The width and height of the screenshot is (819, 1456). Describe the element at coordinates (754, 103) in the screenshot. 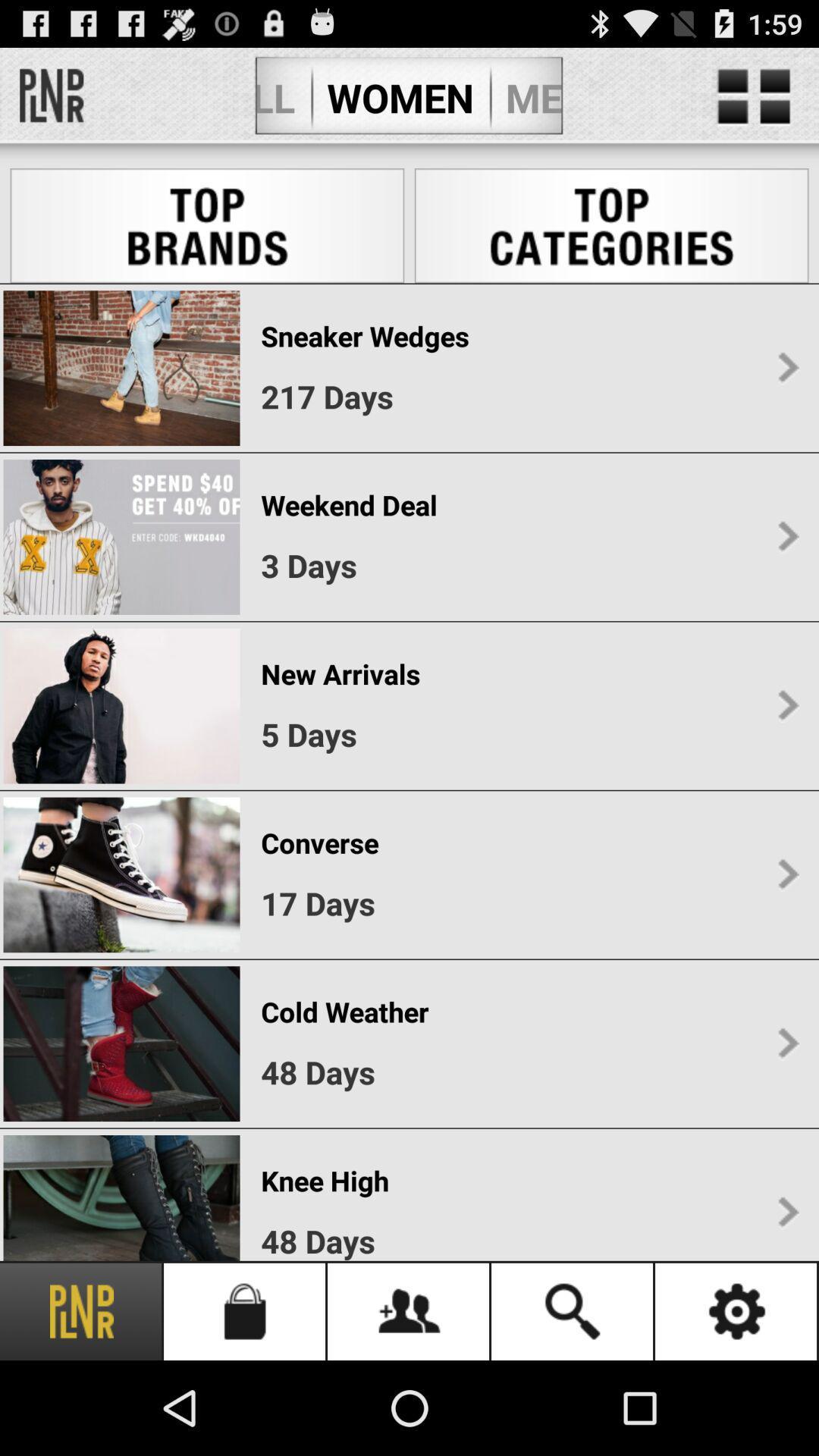

I see `the dashboard icon` at that location.